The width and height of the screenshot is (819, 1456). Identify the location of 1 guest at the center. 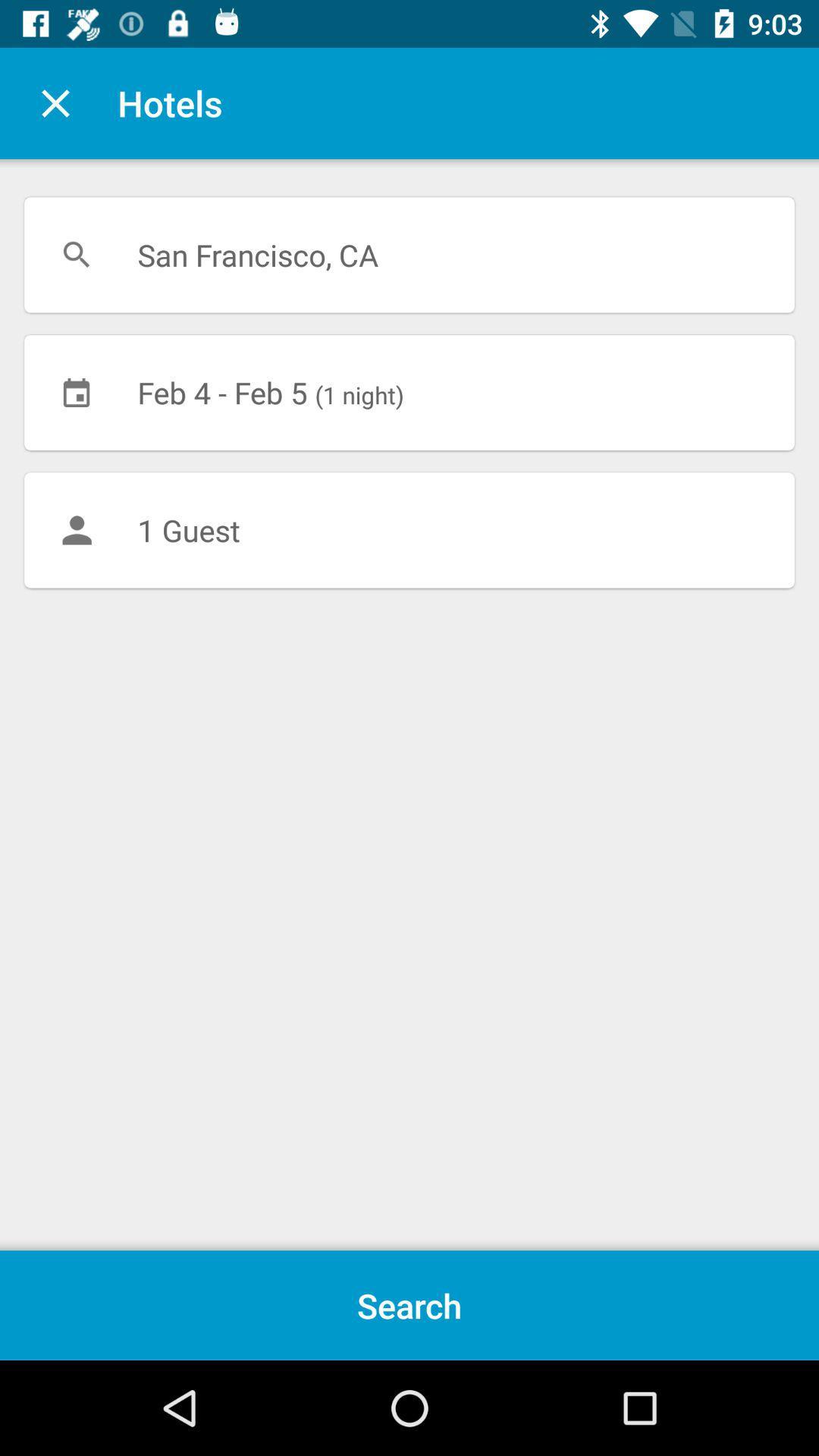
(409, 530).